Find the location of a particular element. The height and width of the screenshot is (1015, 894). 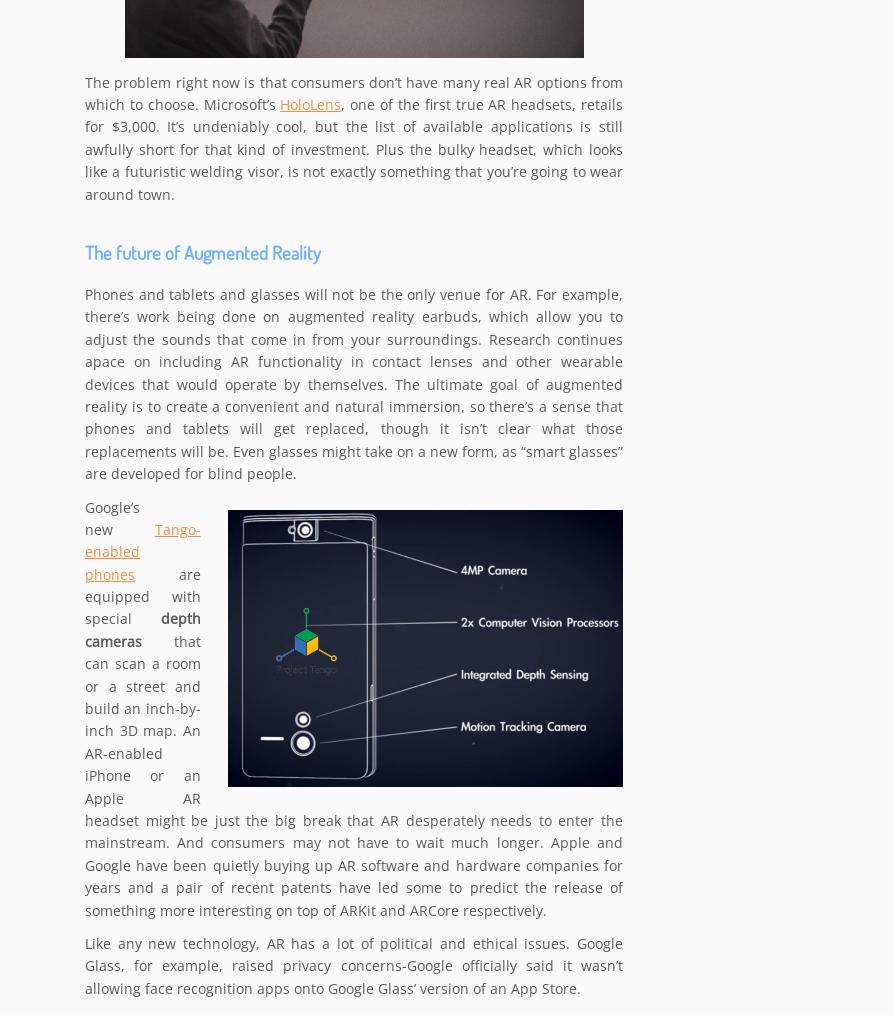

'Tango-enabled phones' is located at coordinates (142, 552).